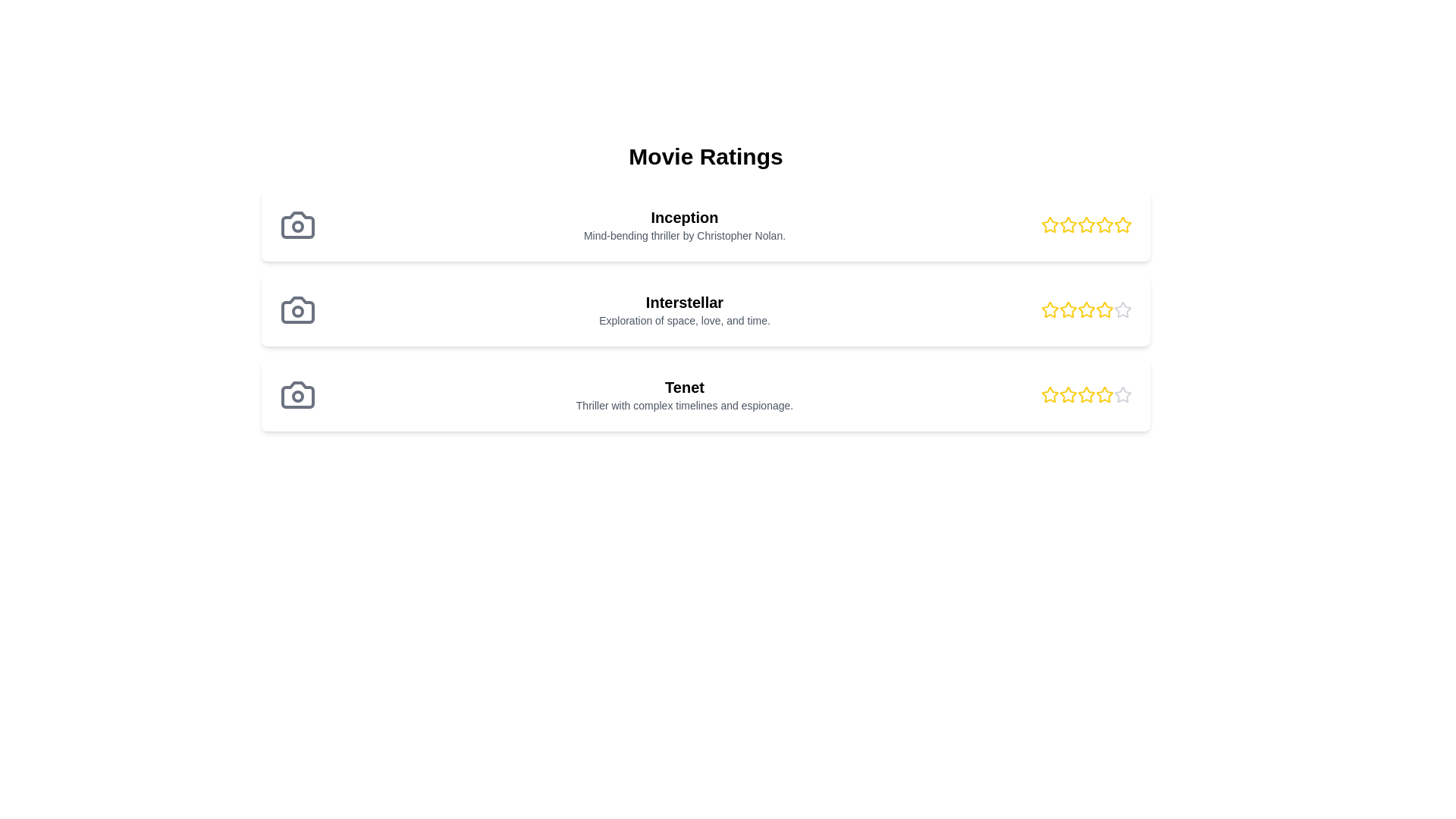  Describe the element at coordinates (1068, 394) in the screenshot. I see `the third star in the Rating Star Indicator to provide a 3-star rating for the 'Tenet' item` at that location.